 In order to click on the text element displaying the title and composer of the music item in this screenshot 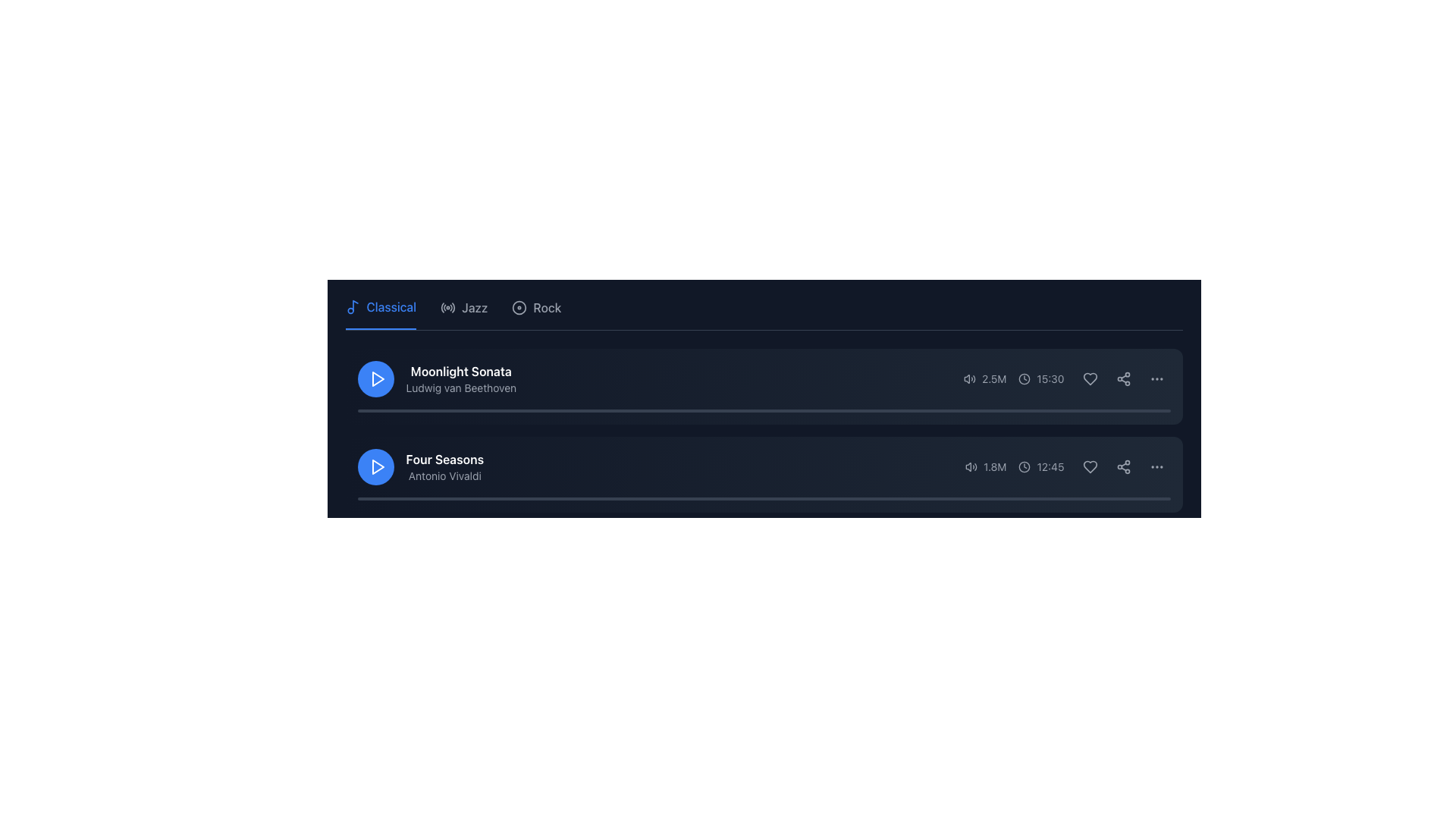, I will do `click(436, 378)`.